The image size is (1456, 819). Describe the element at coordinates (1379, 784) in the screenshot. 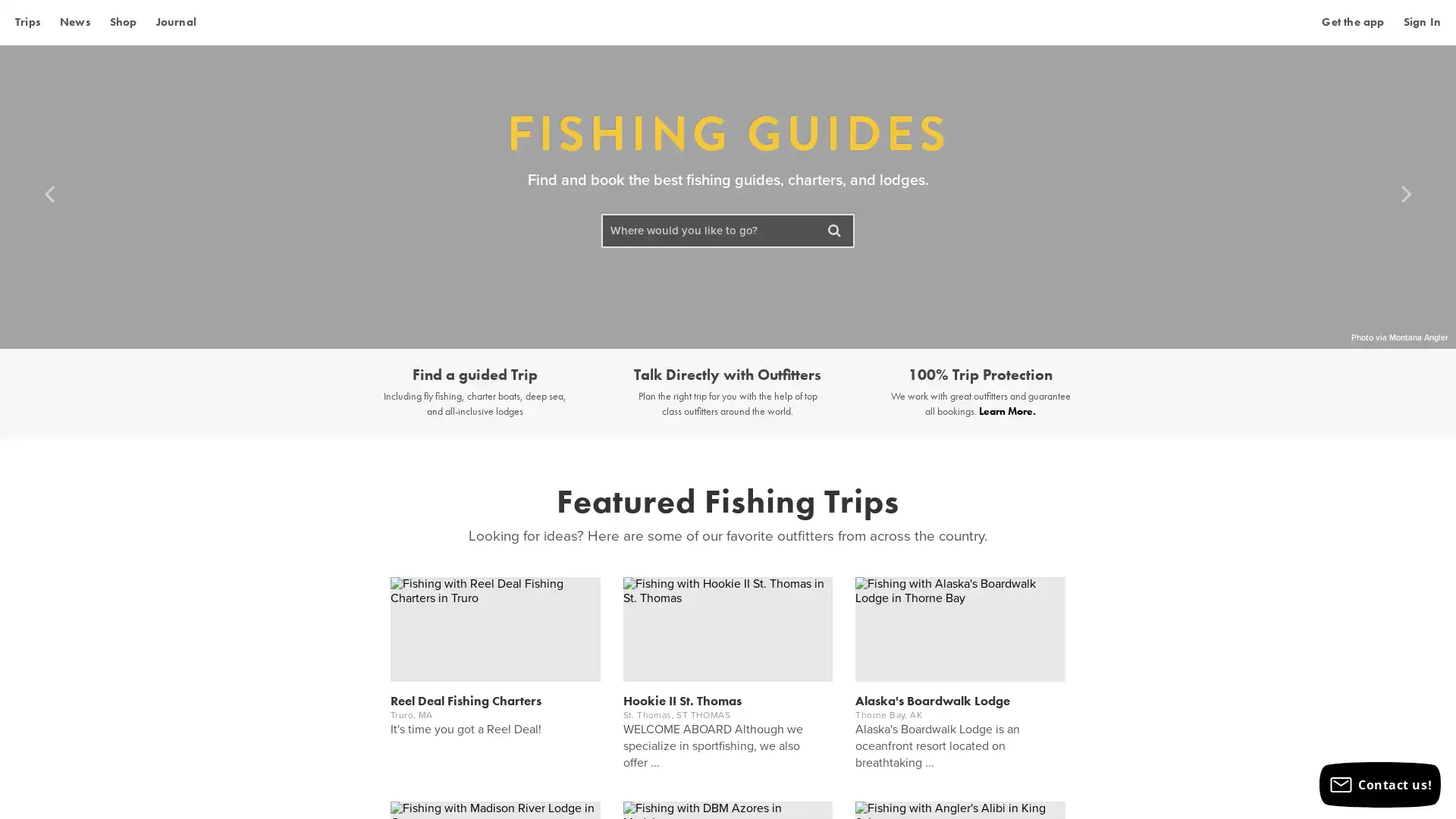

I see `Contact us!` at that location.